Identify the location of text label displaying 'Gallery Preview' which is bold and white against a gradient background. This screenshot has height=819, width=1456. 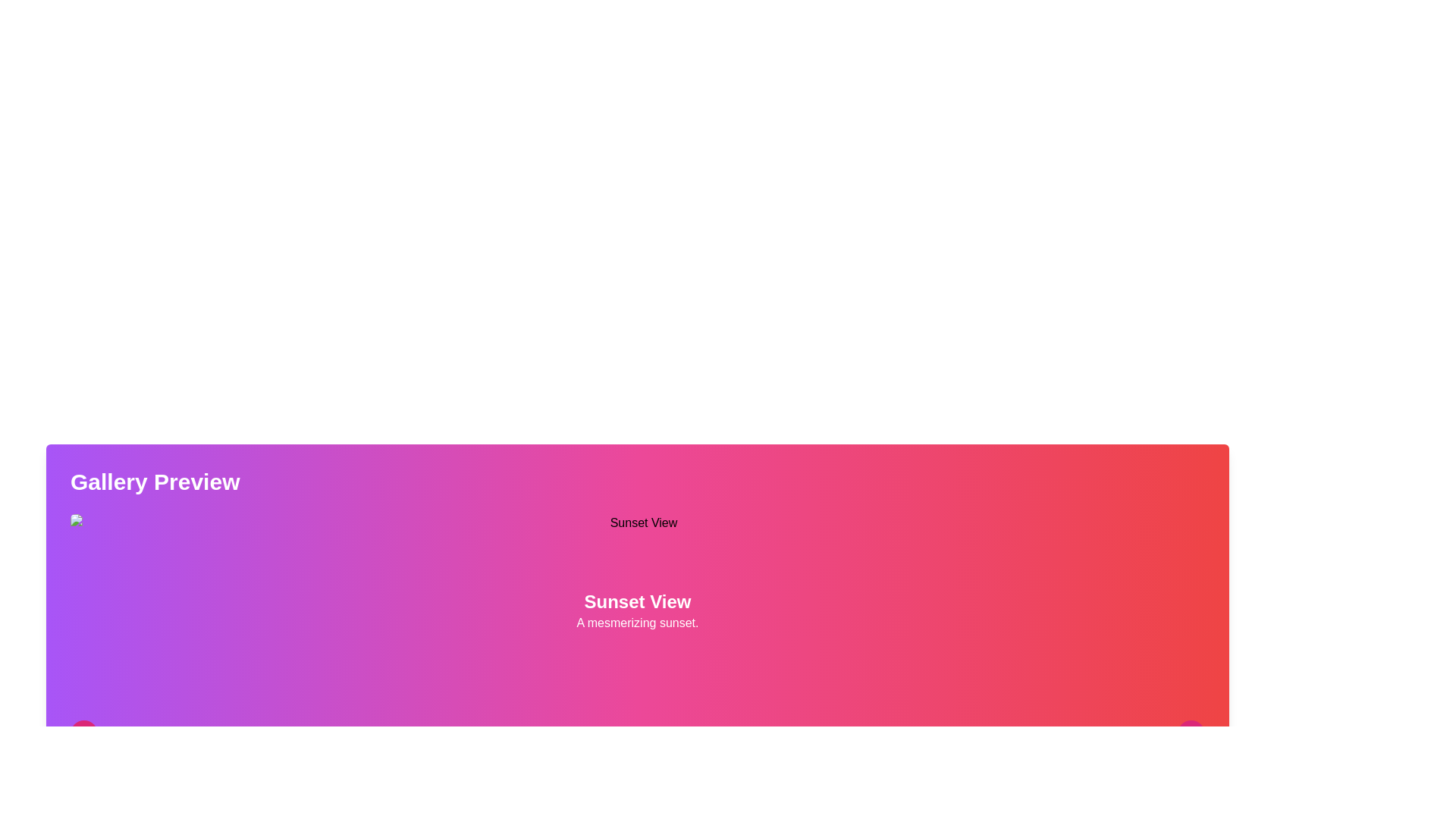
(155, 482).